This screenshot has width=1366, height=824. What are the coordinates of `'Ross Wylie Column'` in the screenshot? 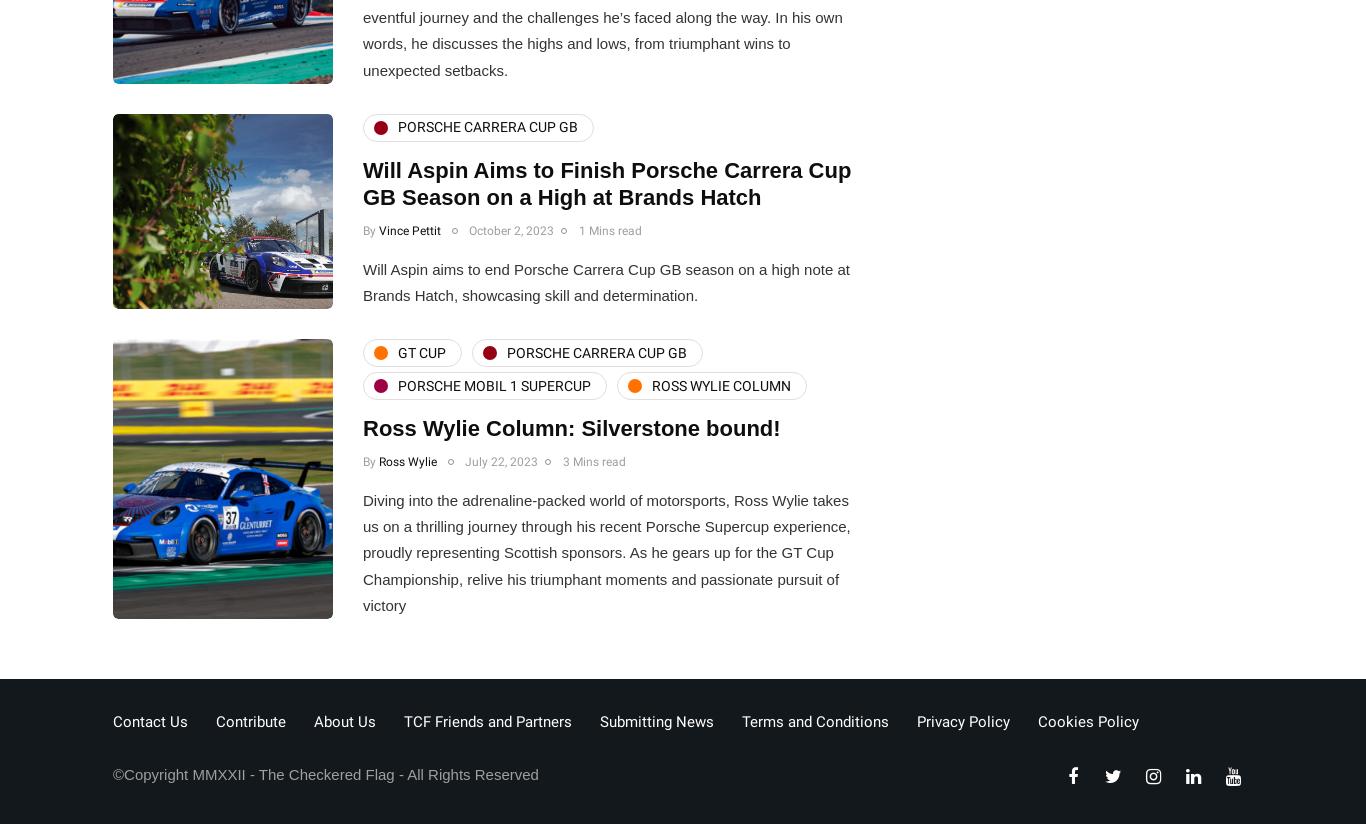 It's located at (721, 384).